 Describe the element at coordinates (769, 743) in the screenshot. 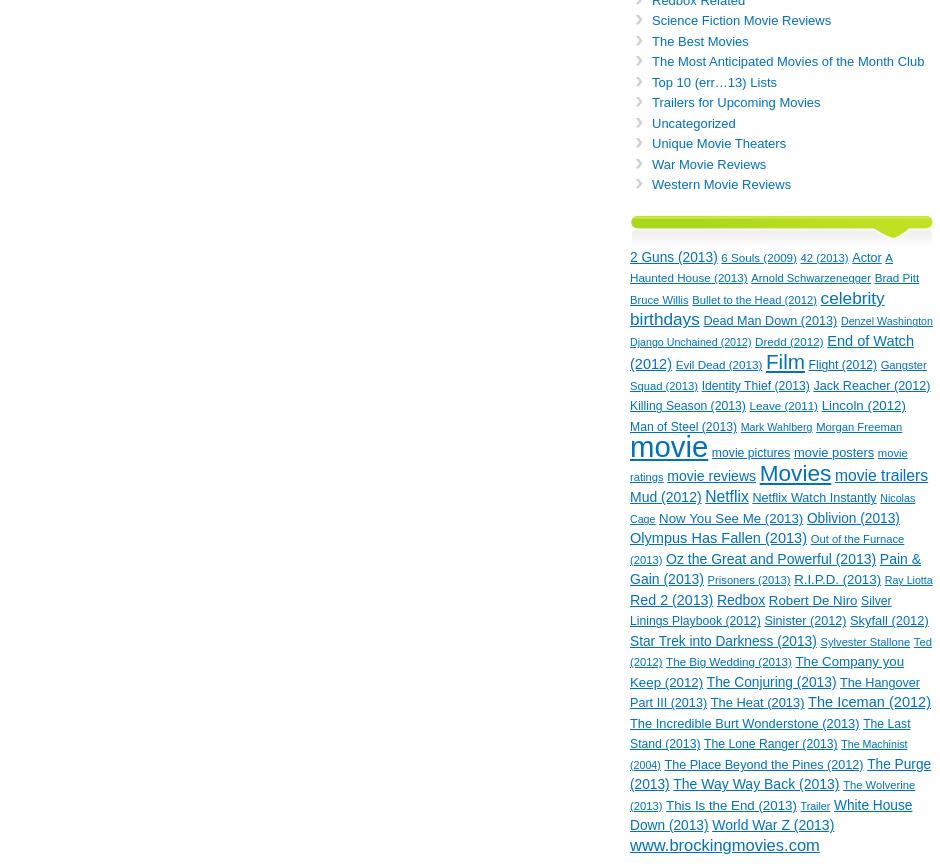

I see `'The Lone Ranger (2013)'` at that location.